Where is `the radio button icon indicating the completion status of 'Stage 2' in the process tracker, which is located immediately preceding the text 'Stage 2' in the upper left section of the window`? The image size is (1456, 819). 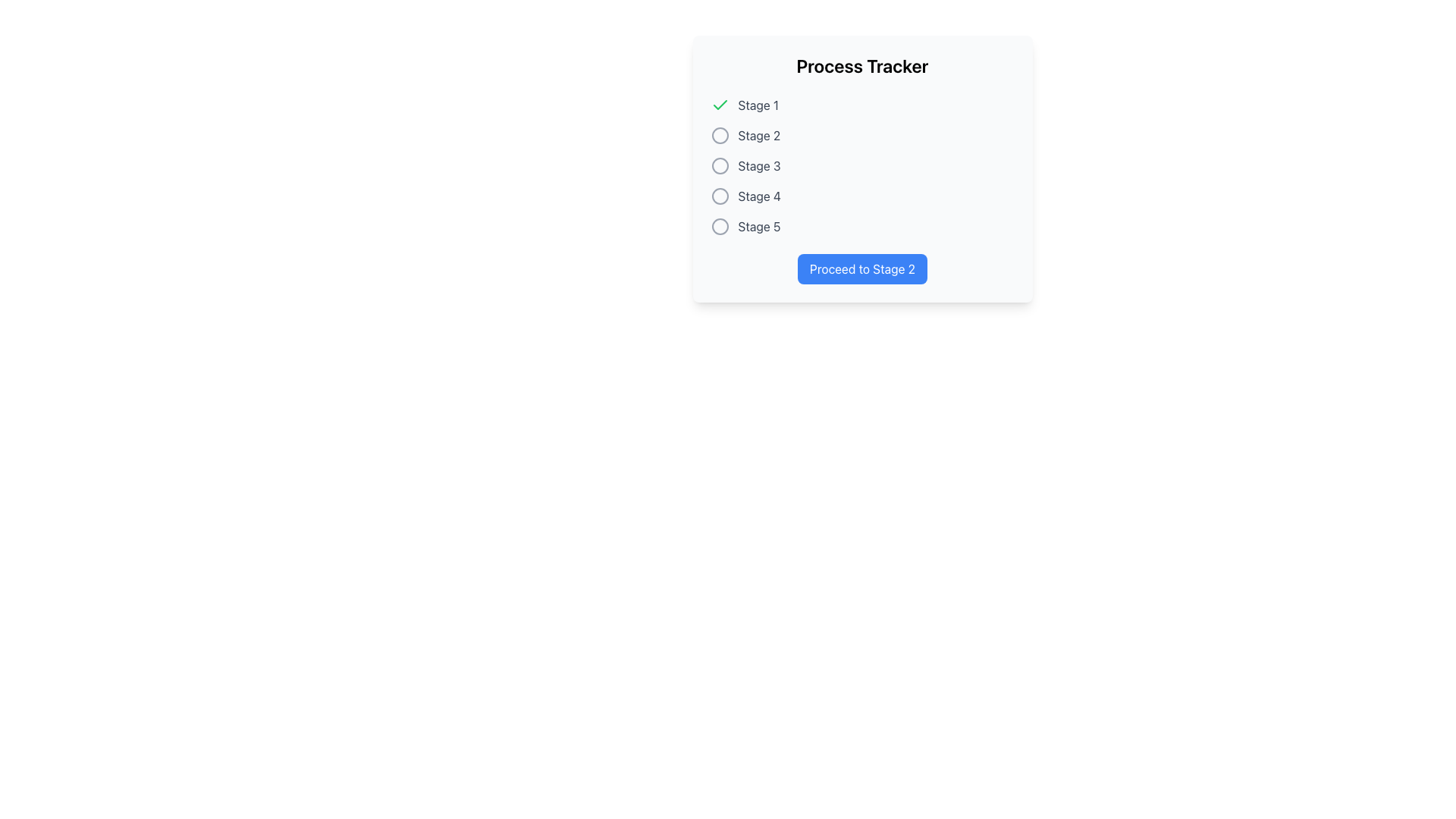
the radio button icon indicating the completion status of 'Stage 2' in the process tracker, which is located immediately preceding the text 'Stage 2' in the upper left section of the window is located at coordinates (719, 134).